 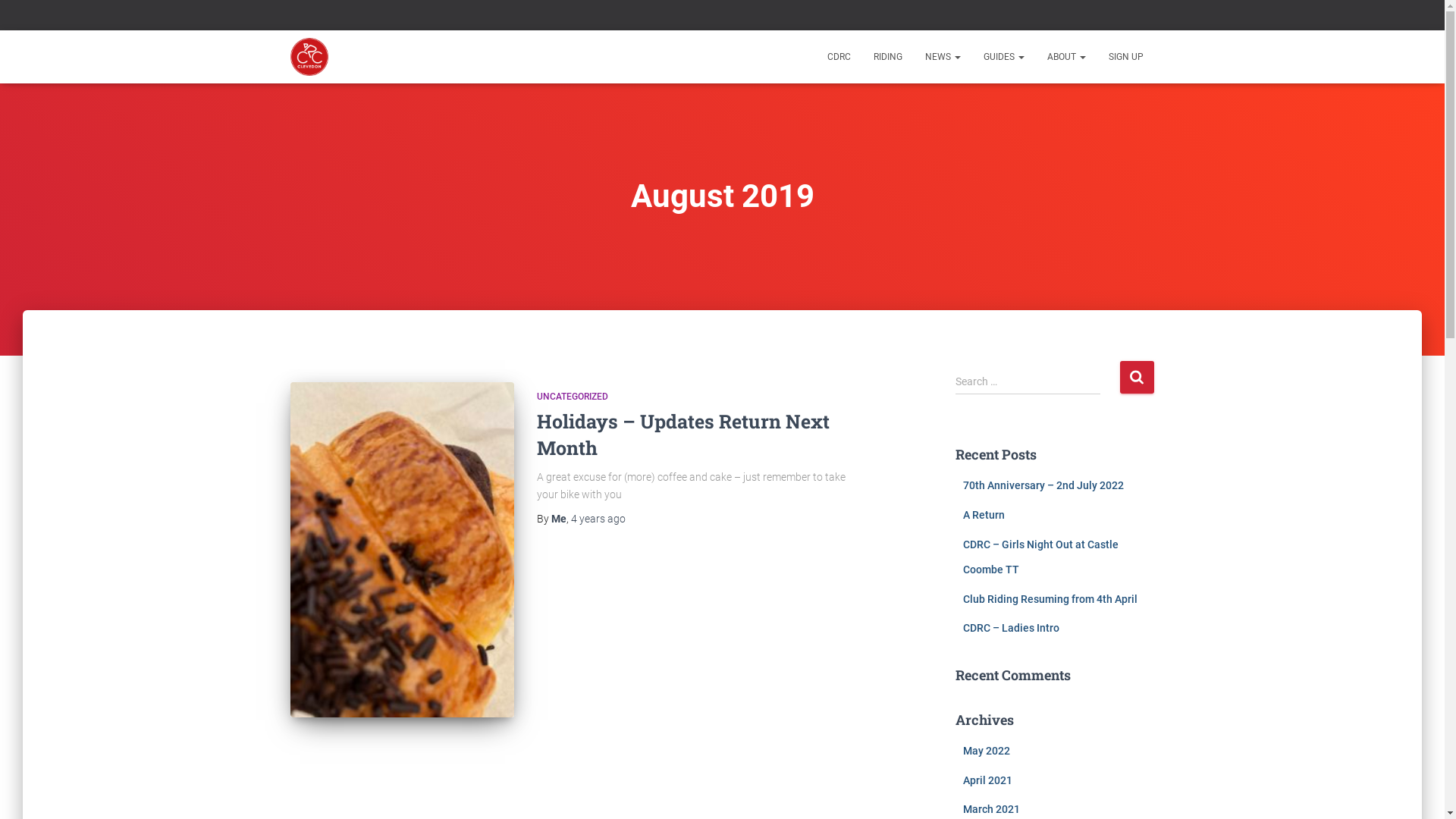 I want to click on 'April 2021', so click(x=987, y=780).